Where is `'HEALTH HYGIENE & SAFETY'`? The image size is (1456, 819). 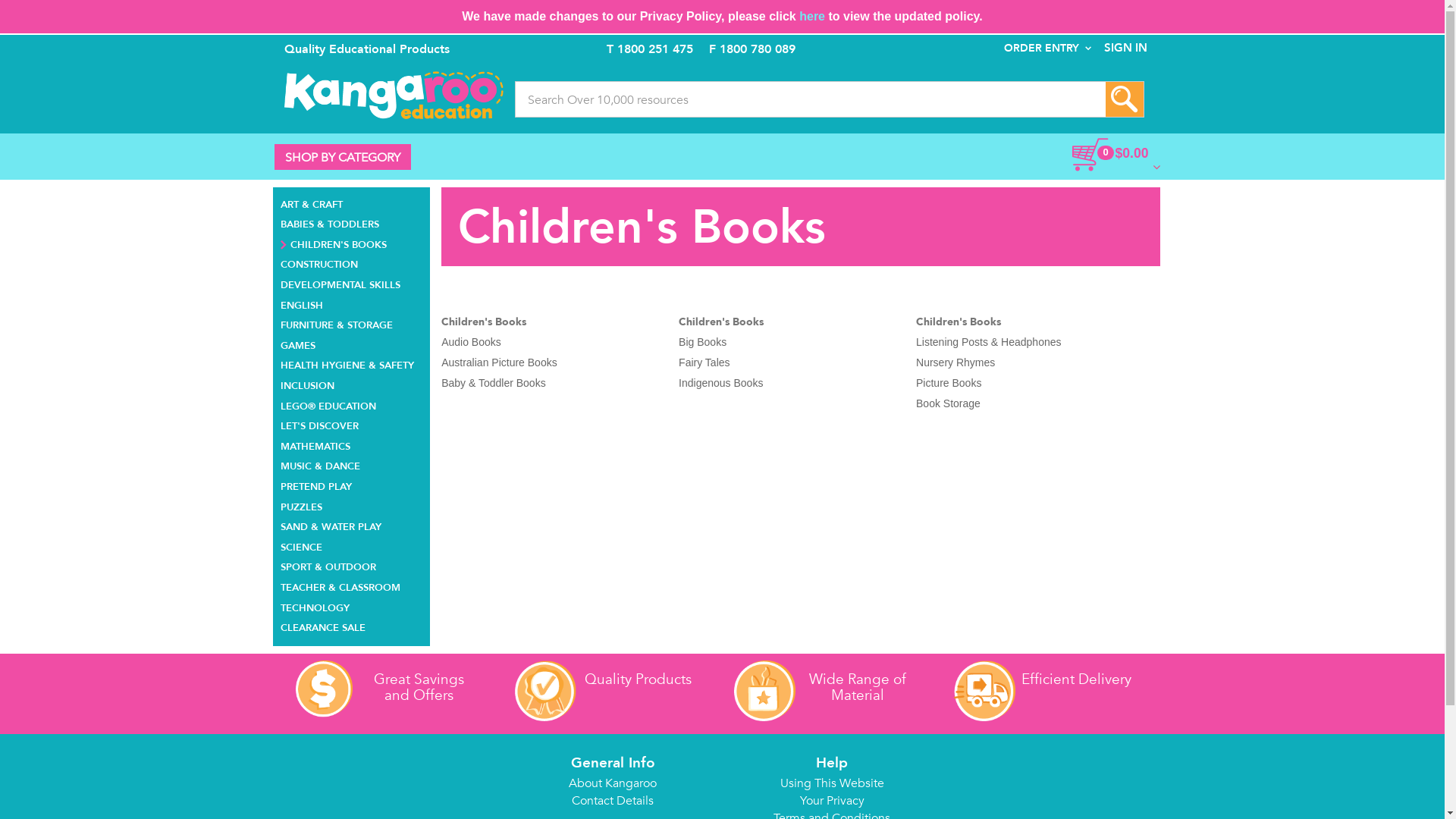
'HEALTH HYGIENE & SAFETY' is located at coordinates (280, 363).